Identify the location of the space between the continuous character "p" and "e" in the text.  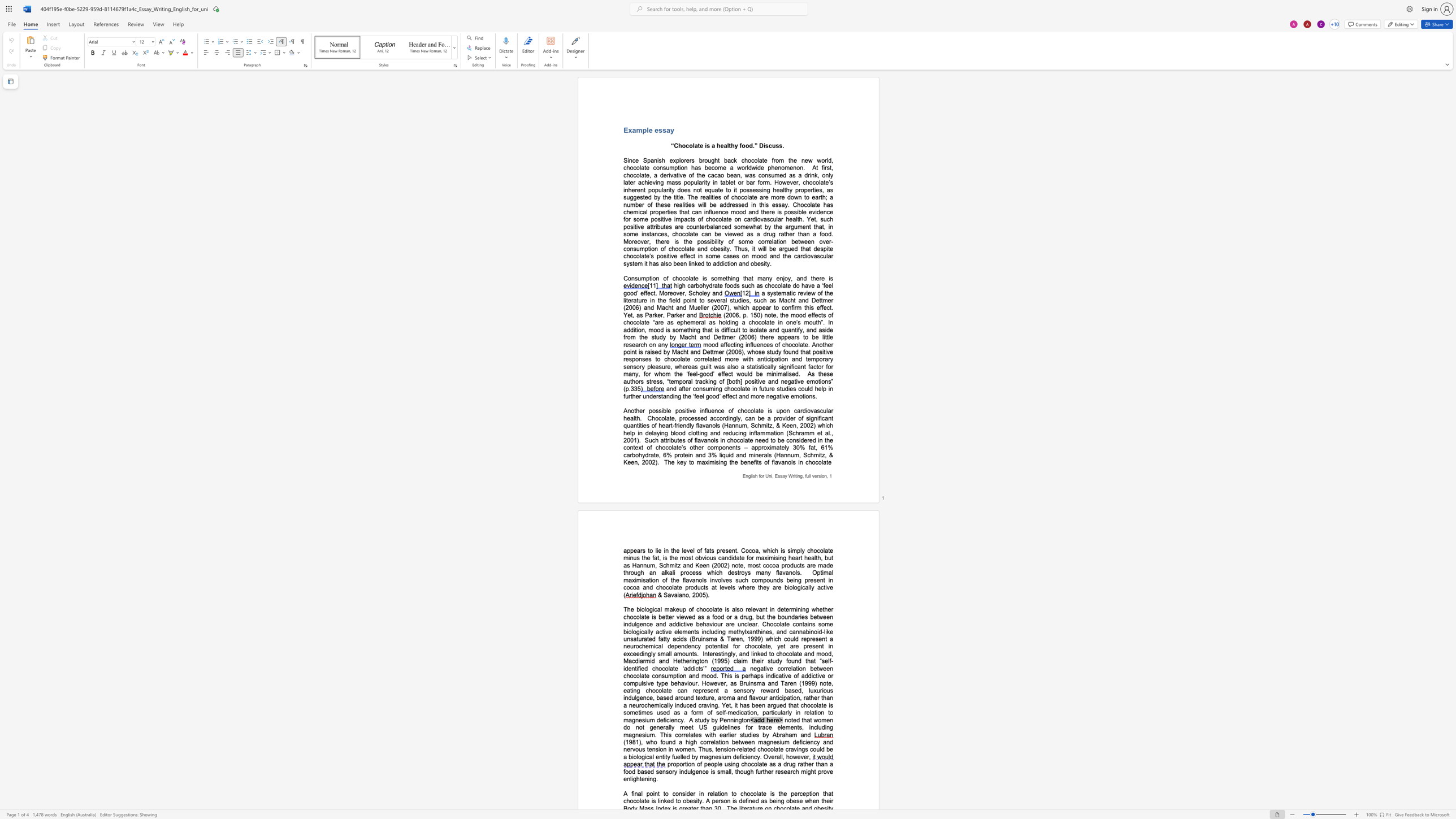
(762, 307).